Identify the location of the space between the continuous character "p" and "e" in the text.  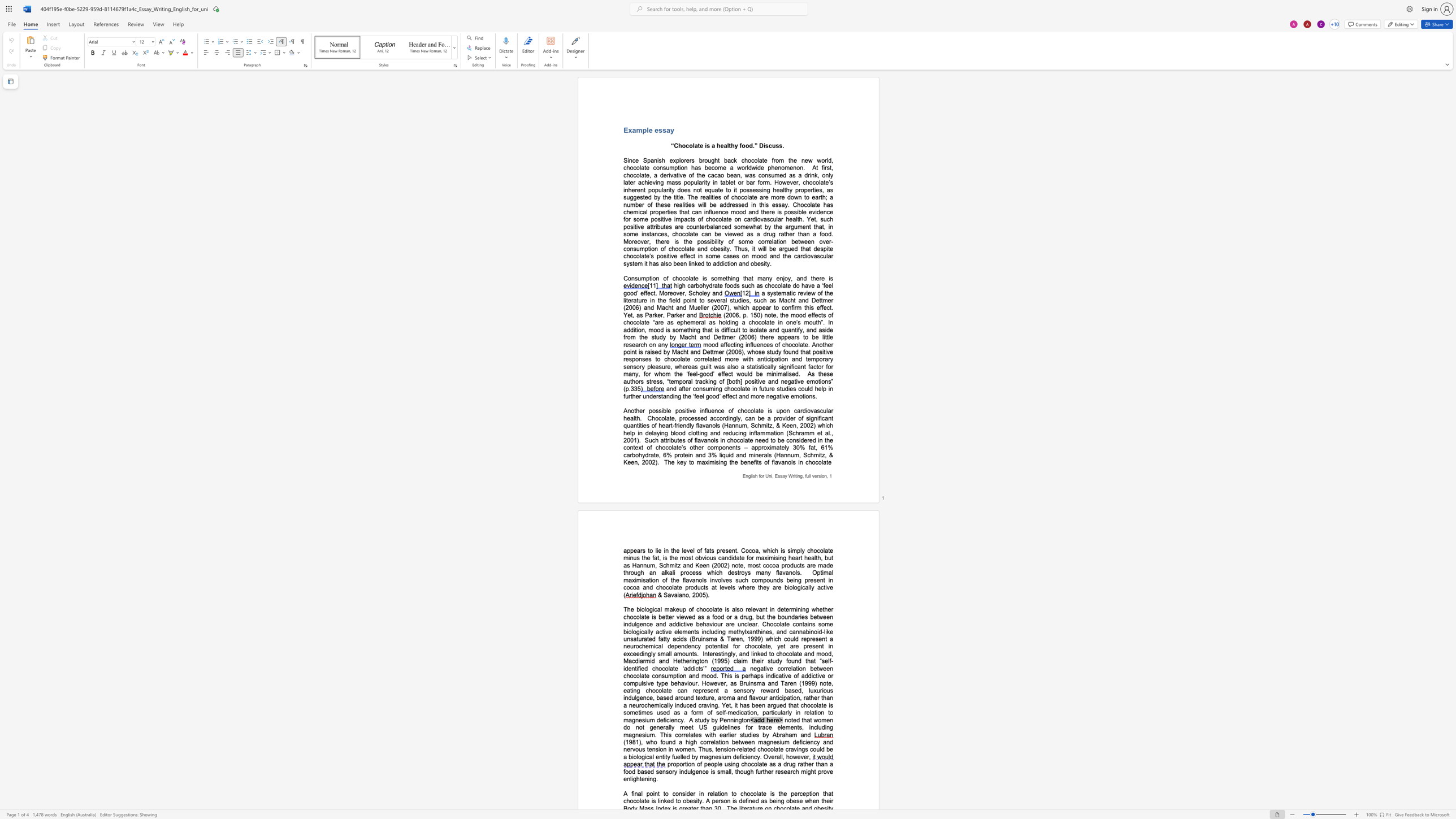
(762, 307).